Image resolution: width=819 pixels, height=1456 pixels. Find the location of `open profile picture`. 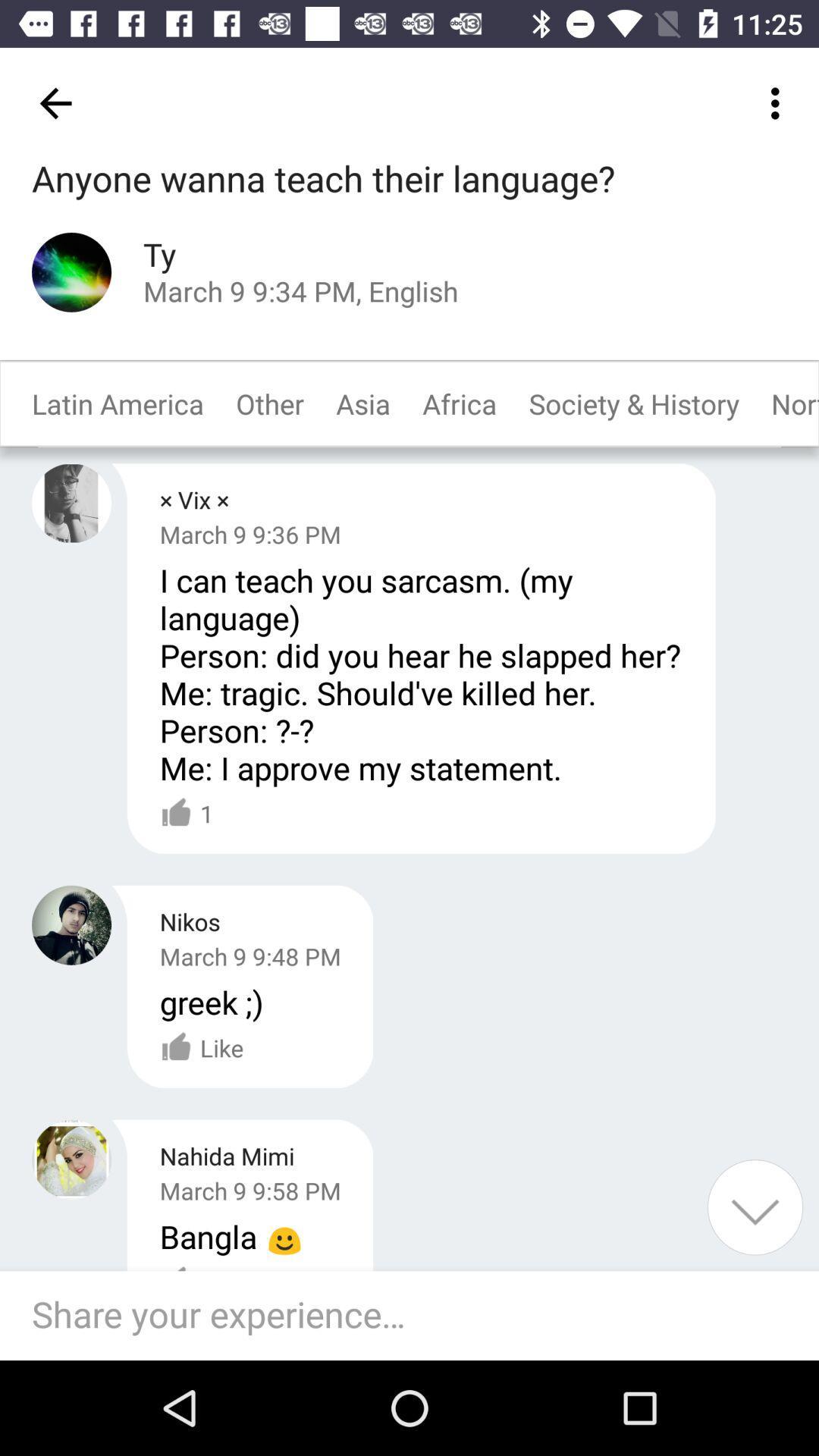

open profile picture is located at coordinates (71, 272).